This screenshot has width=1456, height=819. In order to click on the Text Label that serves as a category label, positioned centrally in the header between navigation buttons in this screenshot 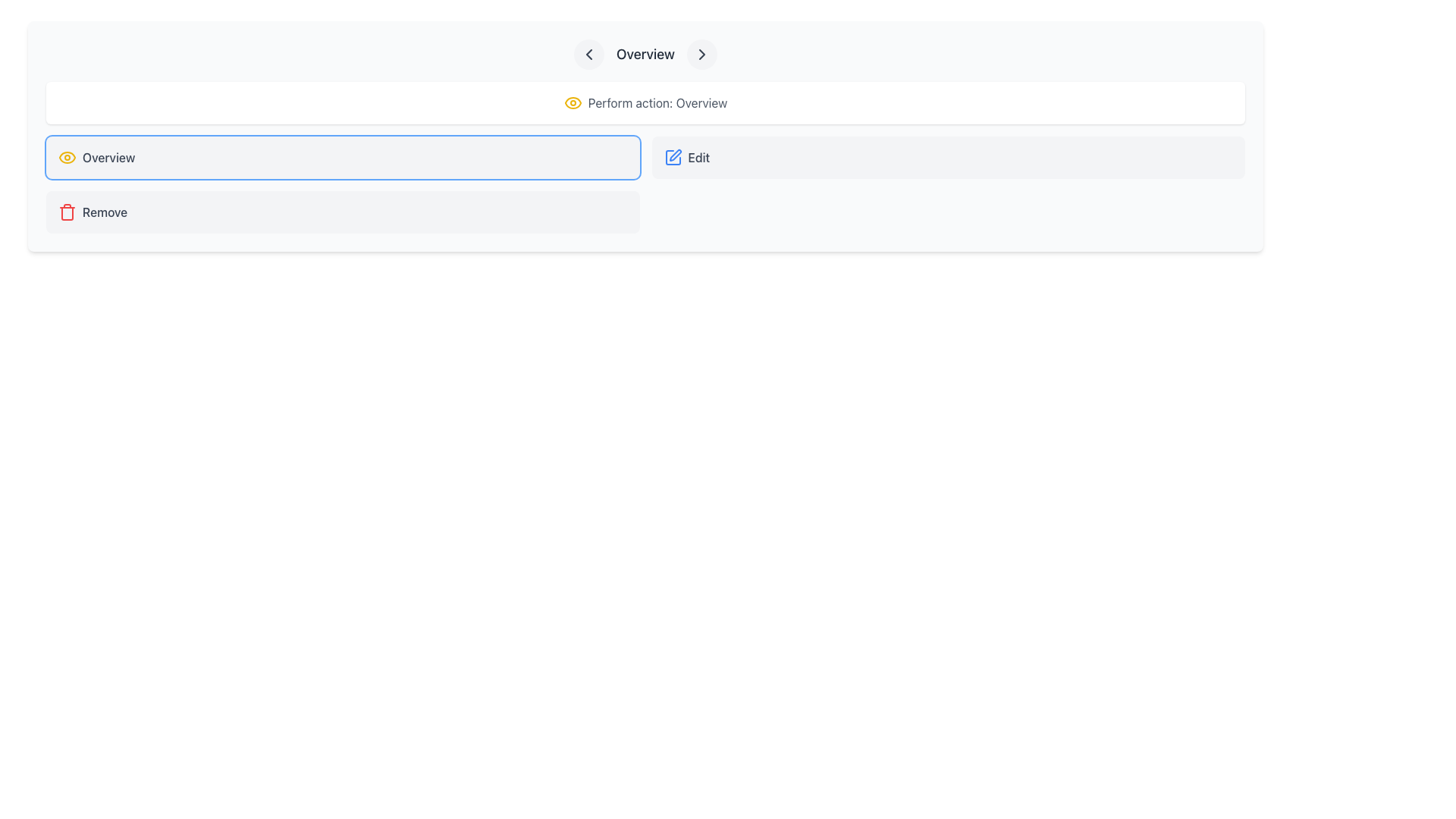, I will do `click(645, 54)`.